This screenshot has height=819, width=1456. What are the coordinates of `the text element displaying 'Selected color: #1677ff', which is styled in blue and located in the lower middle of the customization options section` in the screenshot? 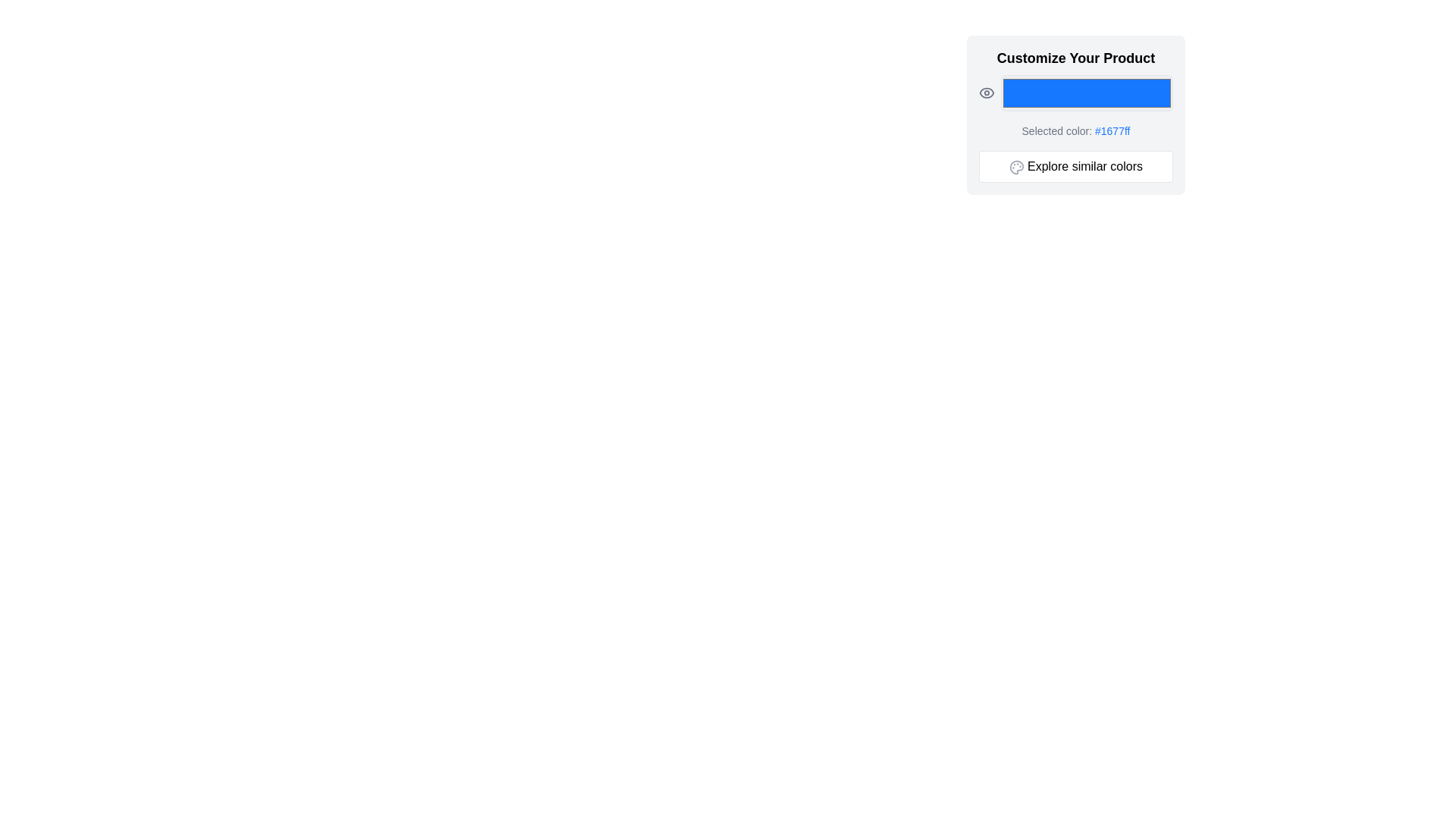 It's located at (1075, 130).